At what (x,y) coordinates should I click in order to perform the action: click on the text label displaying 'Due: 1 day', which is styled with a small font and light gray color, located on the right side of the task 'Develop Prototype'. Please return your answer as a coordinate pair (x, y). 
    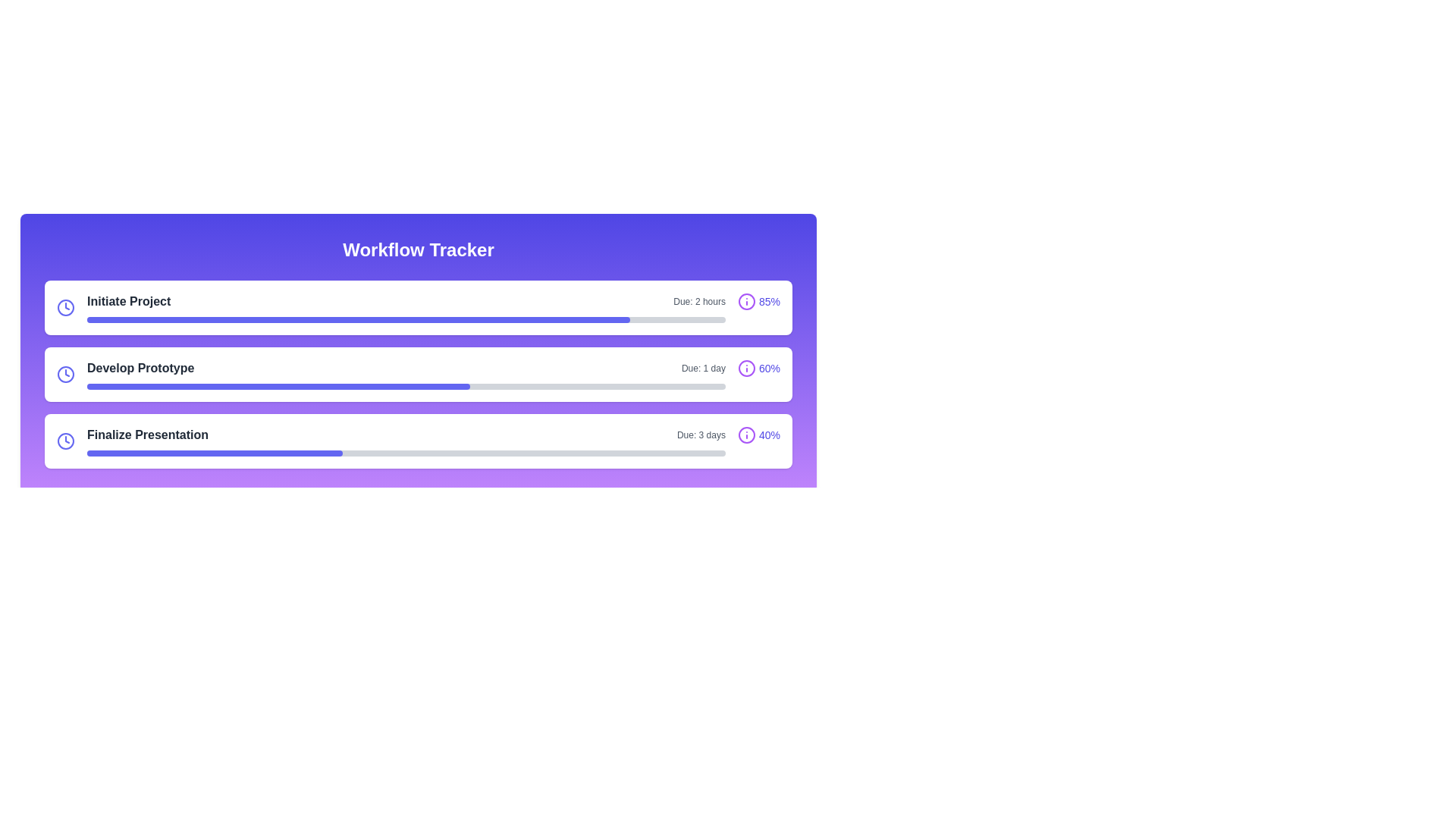
    Looking at the image, I should click on (702, 369).